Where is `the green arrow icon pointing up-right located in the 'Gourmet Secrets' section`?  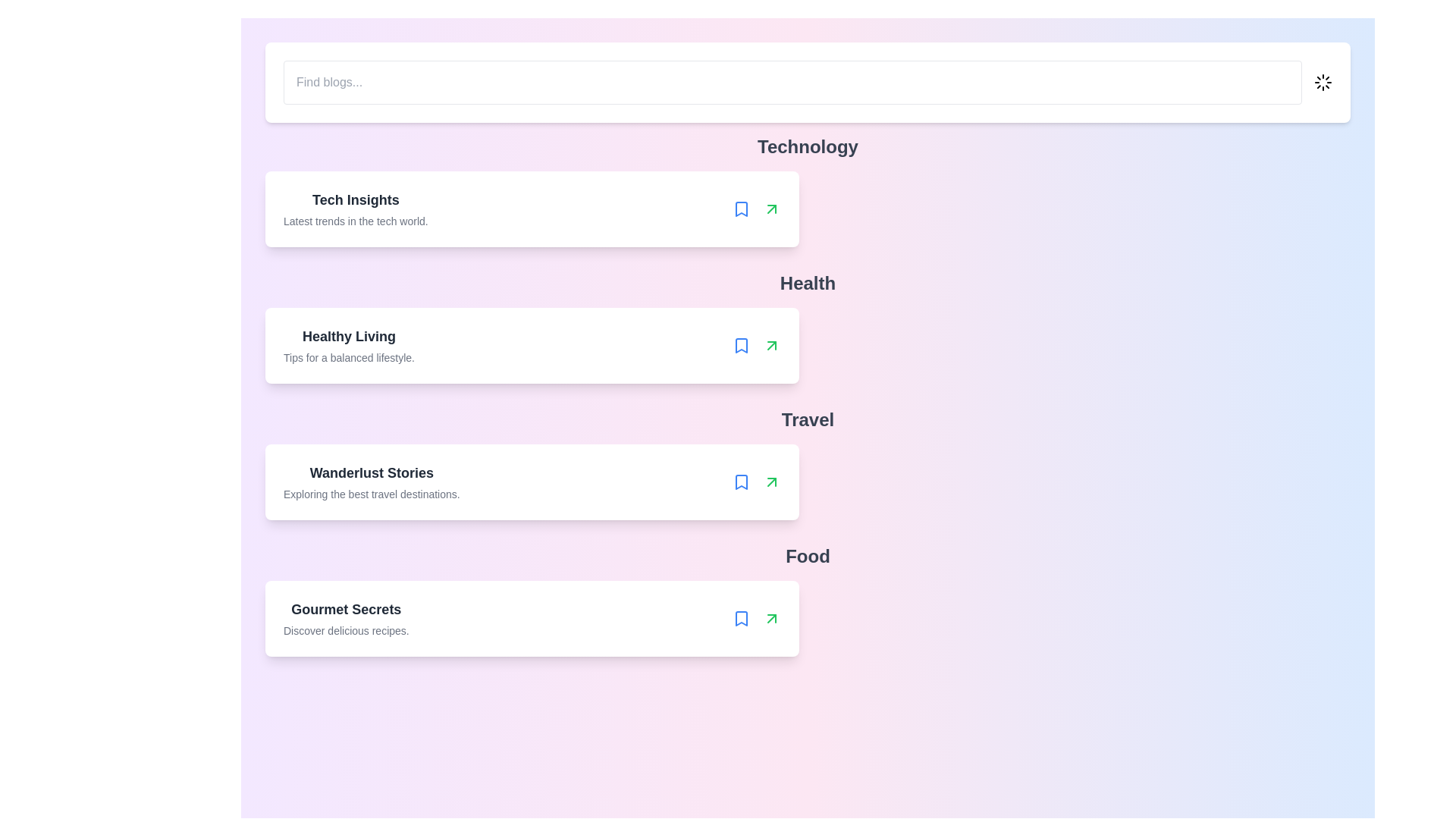
the green arrow icon pointing up-right located in the 'Gourmet Secrets' section is located at coordinates (771, 619).